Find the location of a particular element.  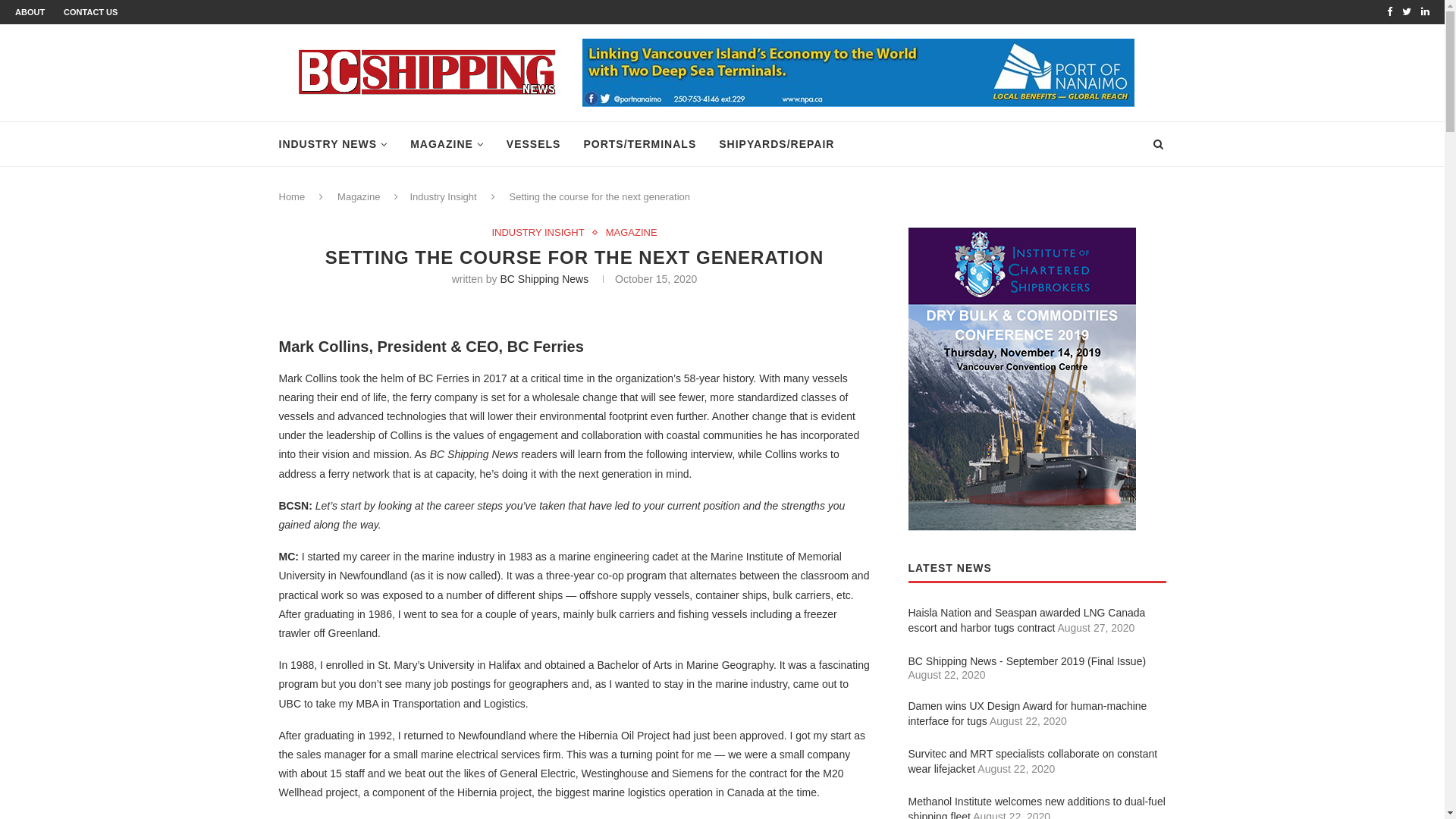

'MAGAZINE' is located at coordinates (410, 144).